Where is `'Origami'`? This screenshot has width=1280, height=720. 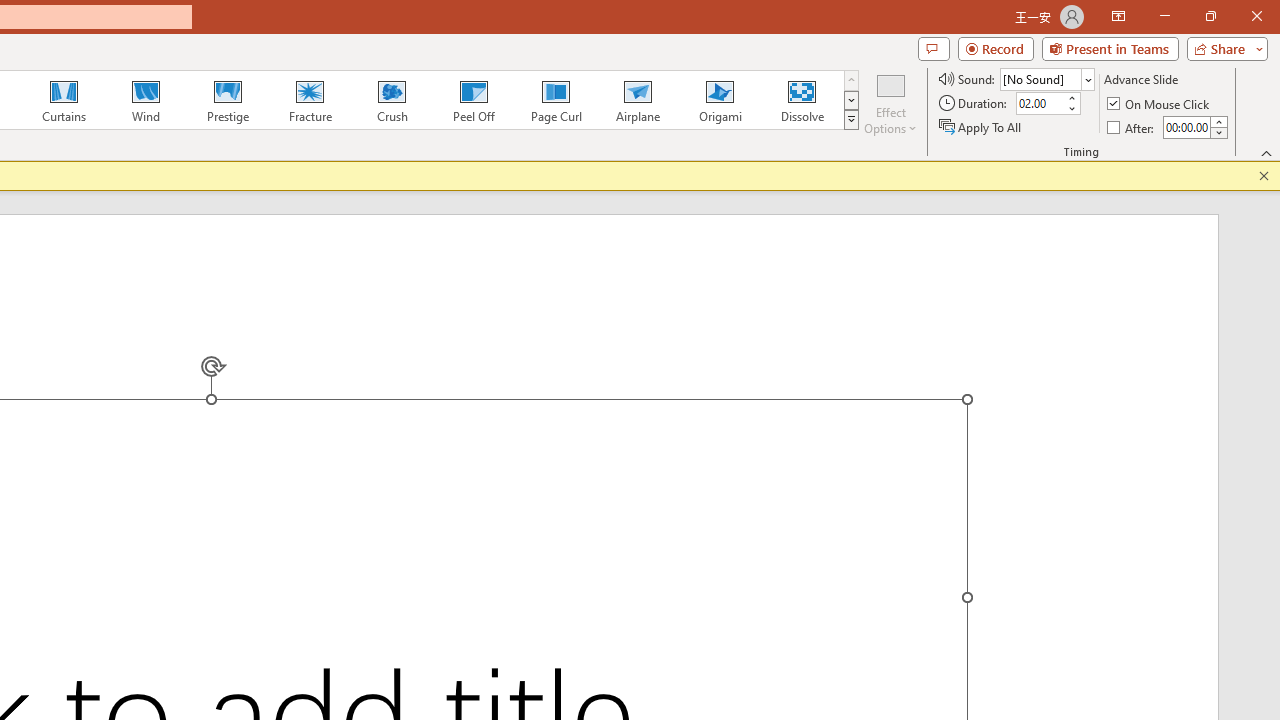
'Origami' is located at coordinates (720, 100).